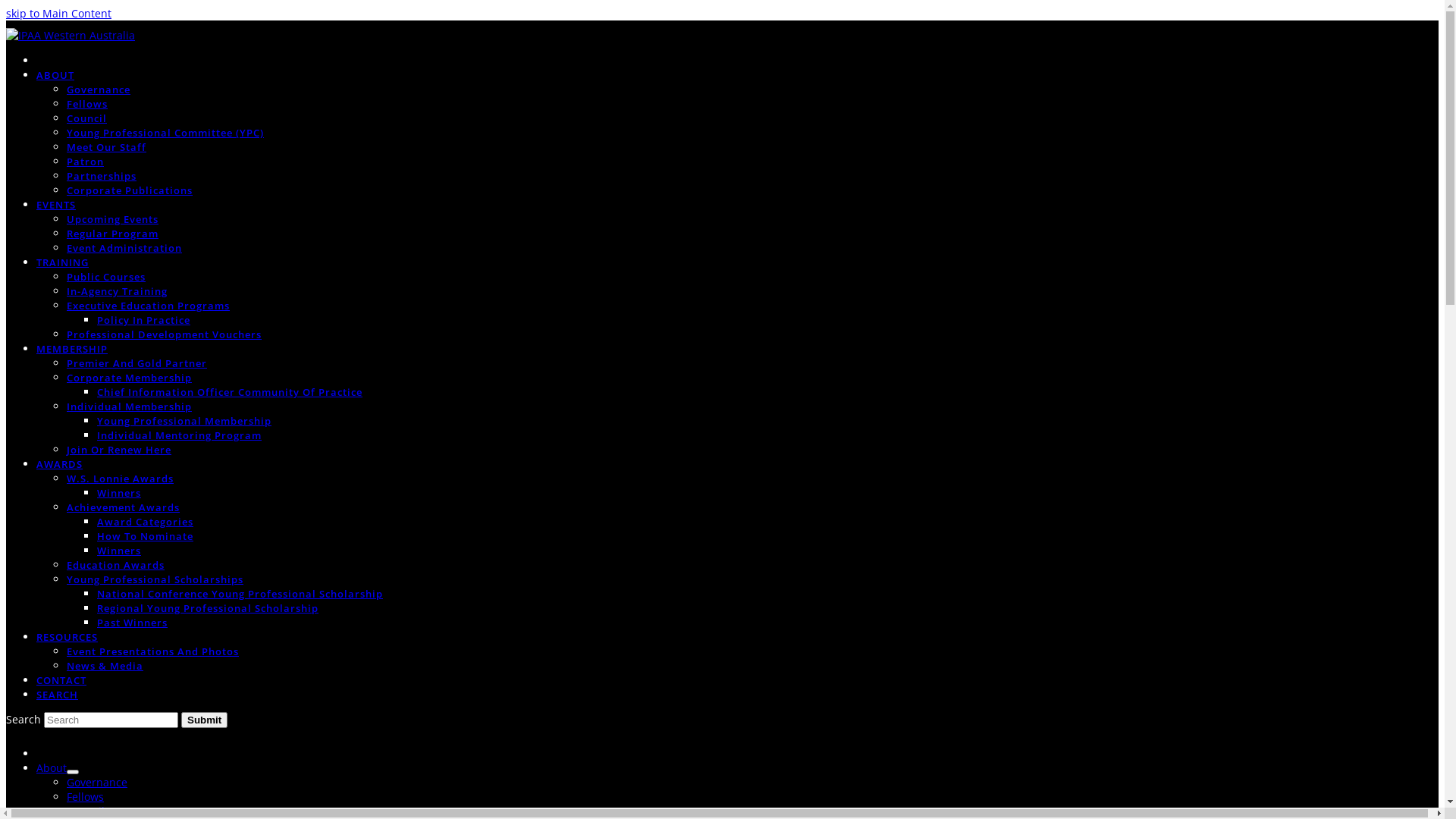  Describe the element at coordinates (145, 520) in the screenshot. I see `'Award Categories'` at that location.